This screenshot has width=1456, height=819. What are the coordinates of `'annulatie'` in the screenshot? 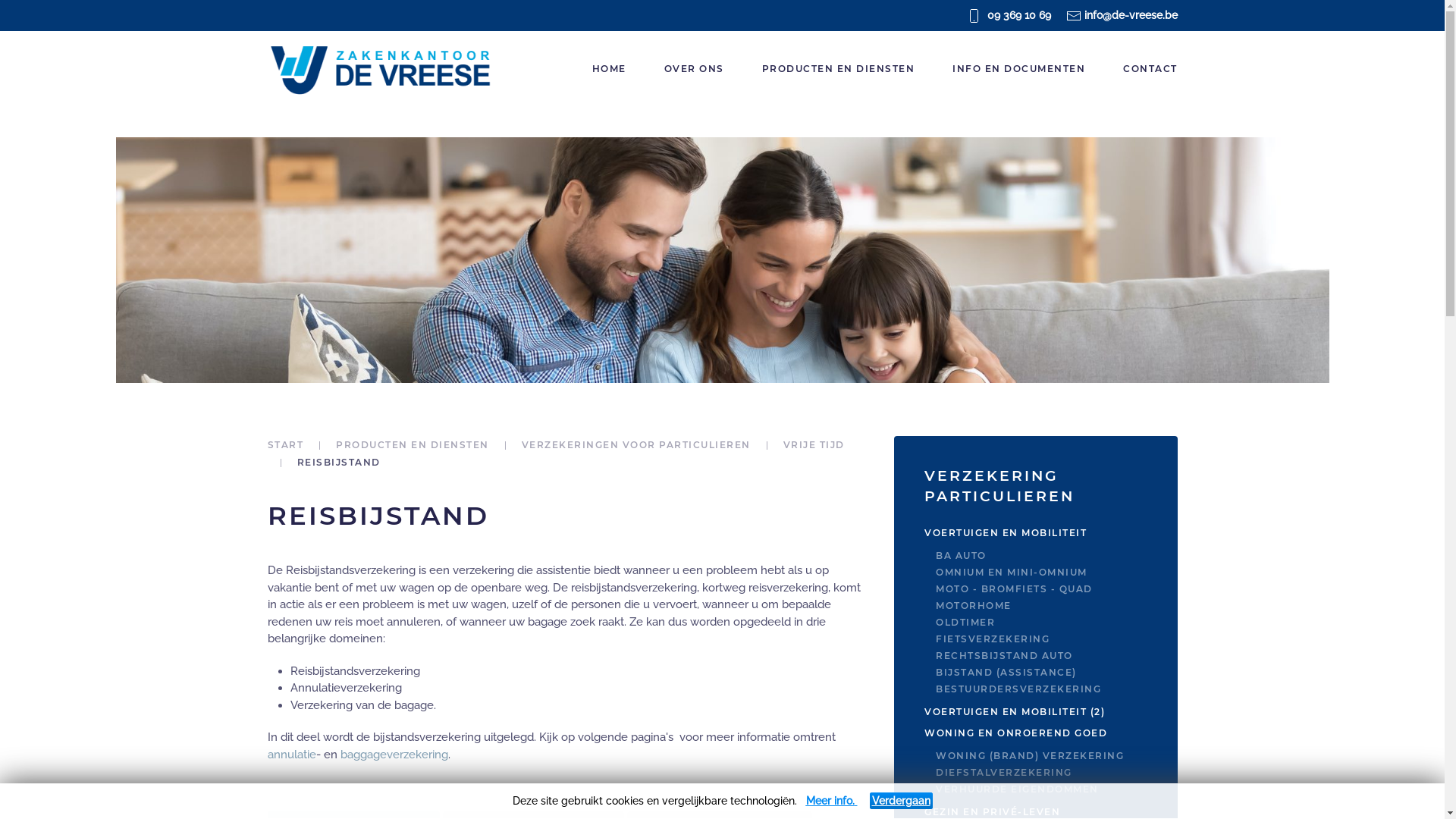 It's located at (291, 755).